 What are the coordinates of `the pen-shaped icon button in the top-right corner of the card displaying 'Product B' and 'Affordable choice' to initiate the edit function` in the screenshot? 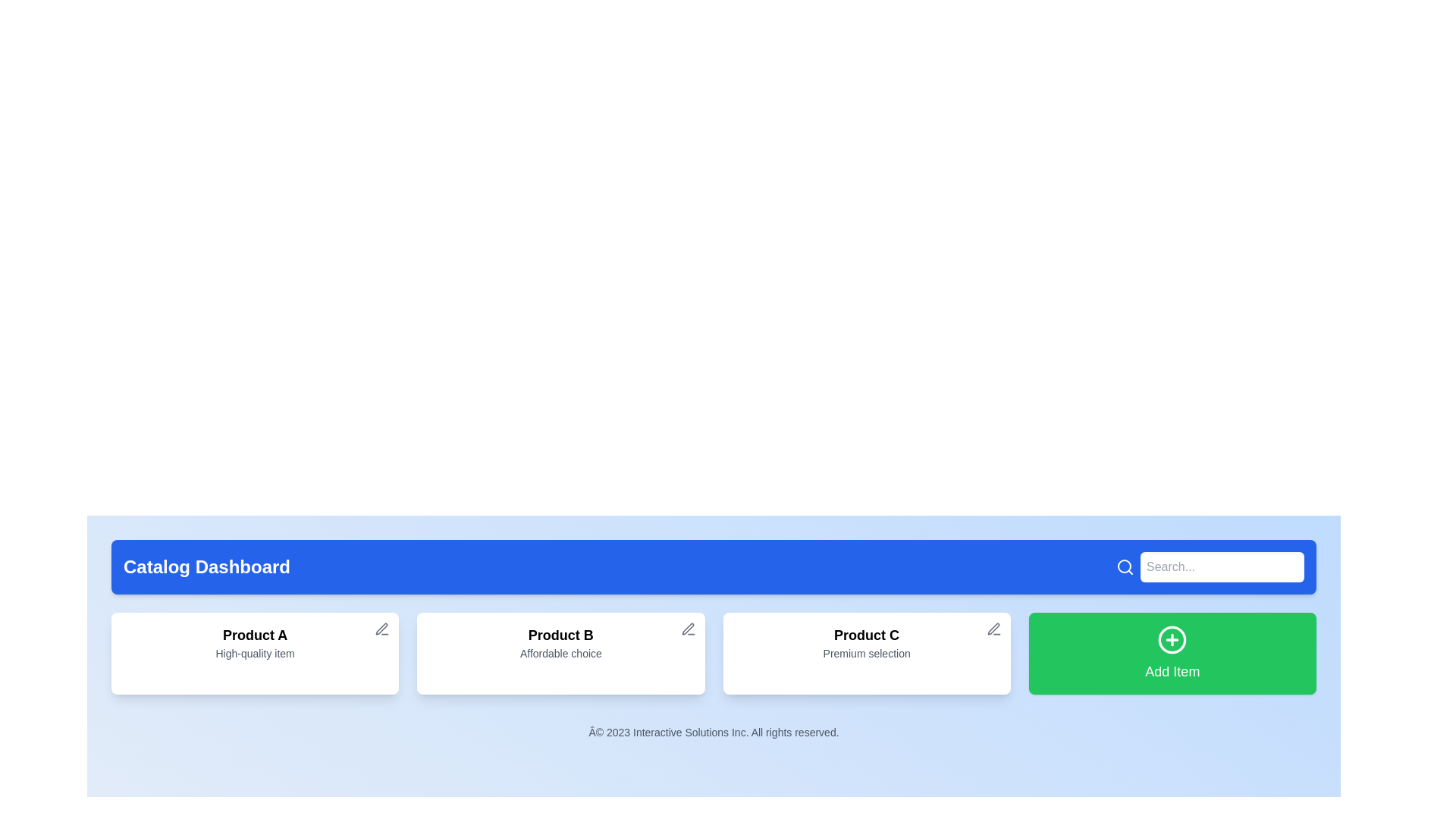 It's located at (687, 629).